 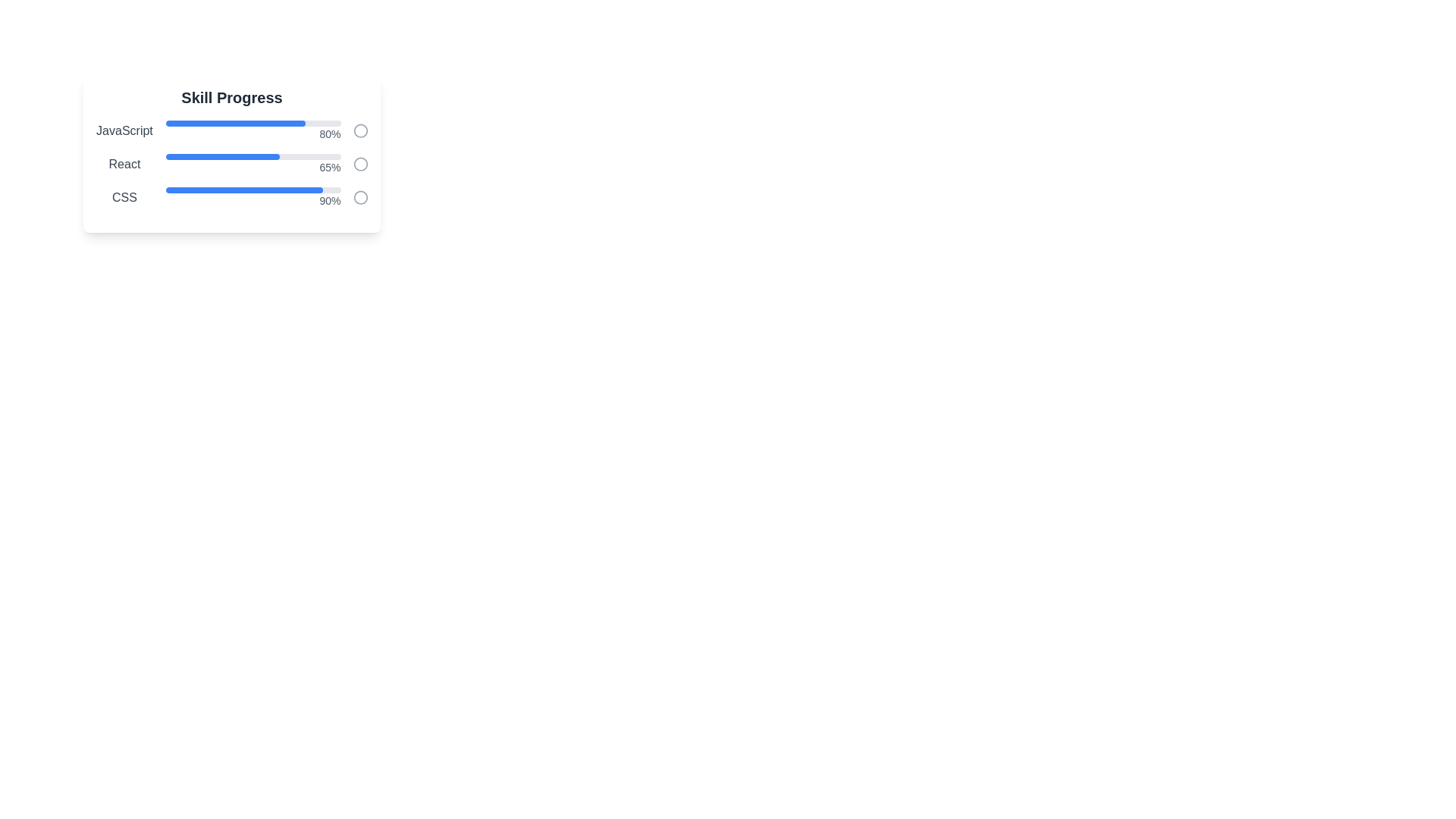 What do you see at coordinates (221, 157) in the screenshot?
I see `the progress represented by the blue progress bar indicating 65% completion for 'React' skill, located in the middle section of the skill items list` at bounding box center [221, 157].